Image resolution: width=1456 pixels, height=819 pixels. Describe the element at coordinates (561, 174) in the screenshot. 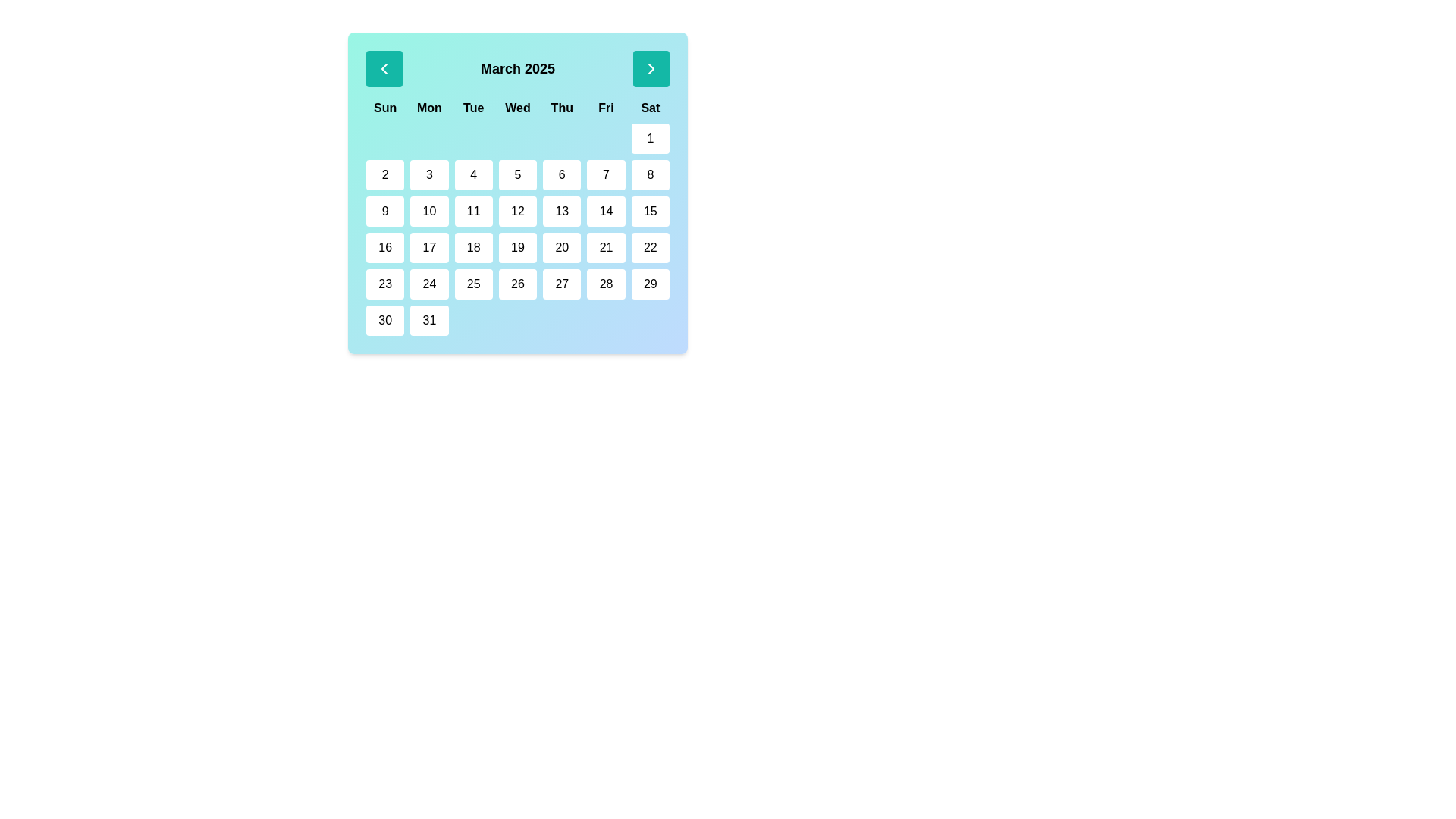

I see `the square button labeled '6' in the calendar's first row and sixth column` at that location.